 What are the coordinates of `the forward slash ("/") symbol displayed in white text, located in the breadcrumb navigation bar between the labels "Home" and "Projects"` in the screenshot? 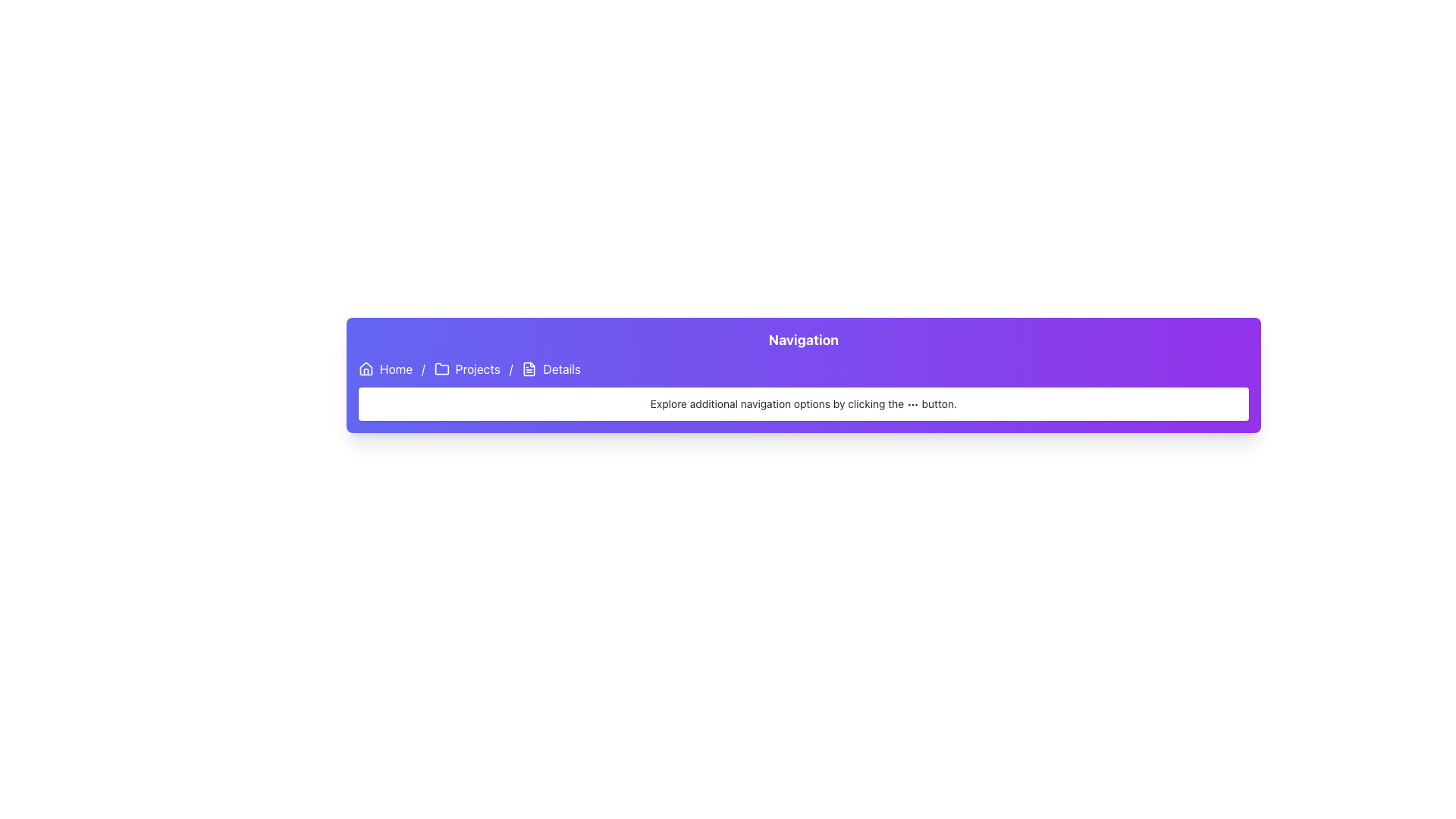 It's located at (423, 369).